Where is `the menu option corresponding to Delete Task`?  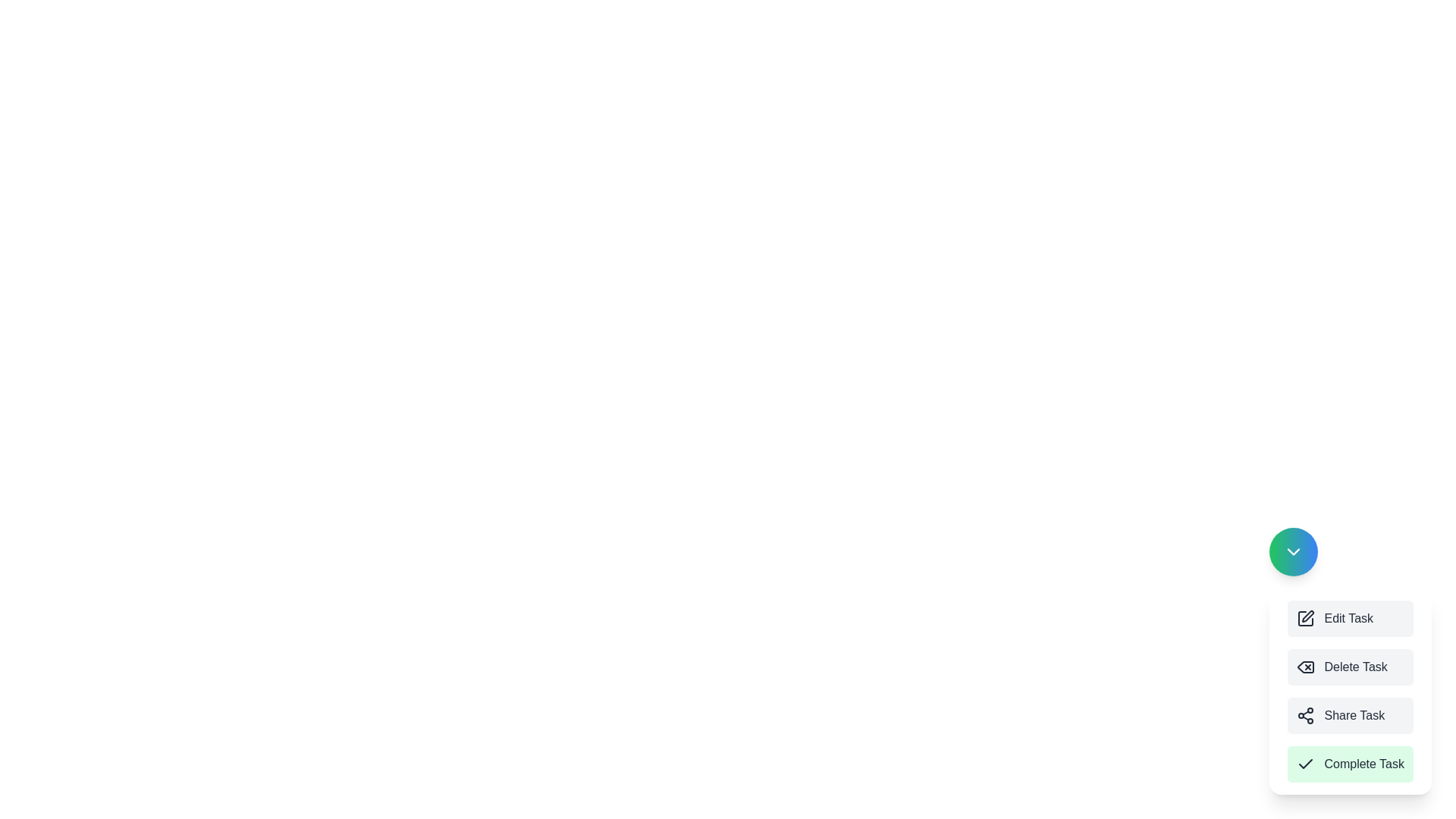
the menu option corresponding to Delete Task is located at coordinates (1351, 666).